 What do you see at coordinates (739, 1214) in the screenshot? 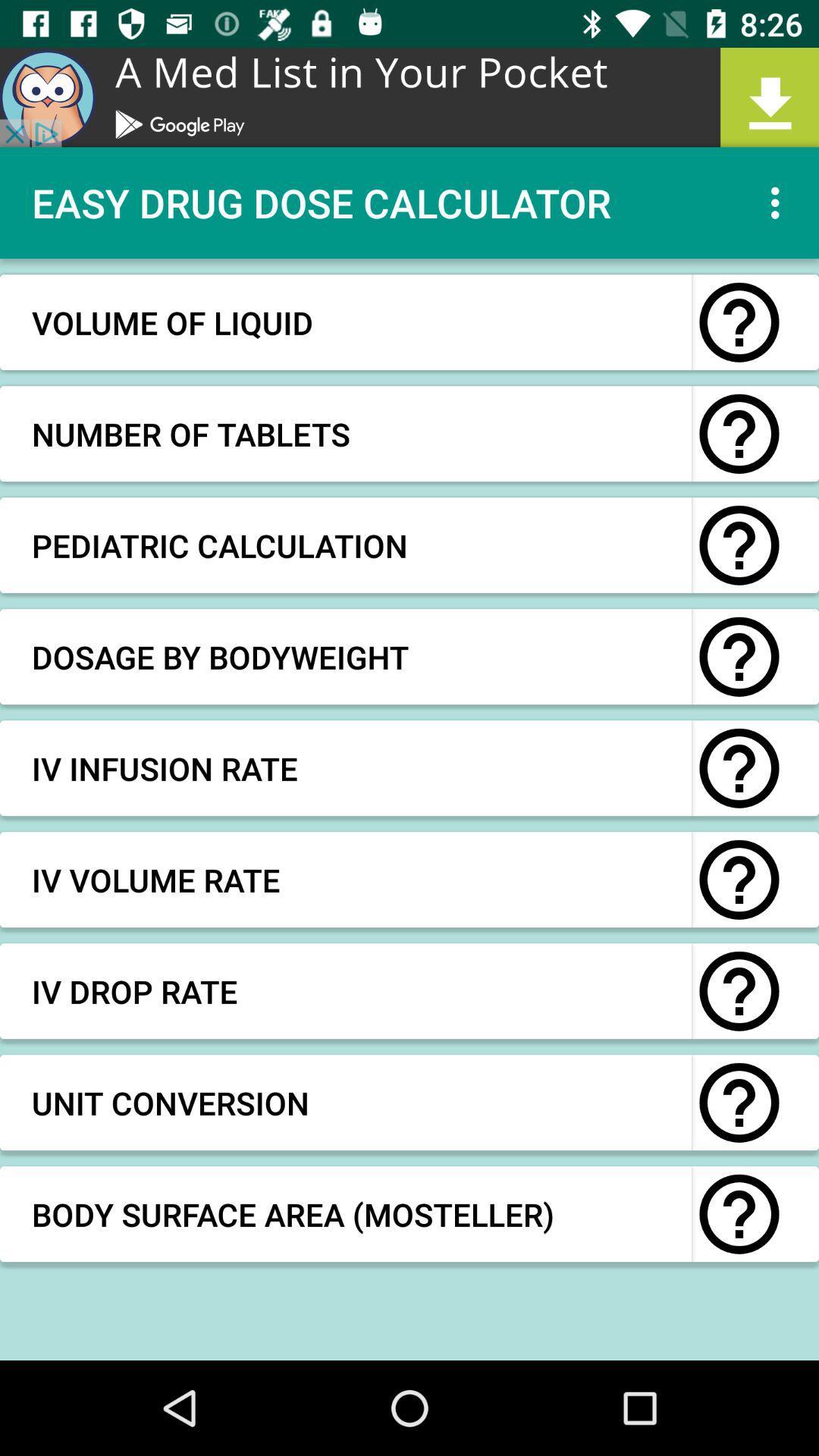
I see `help` at bounding box center [739, 1214].